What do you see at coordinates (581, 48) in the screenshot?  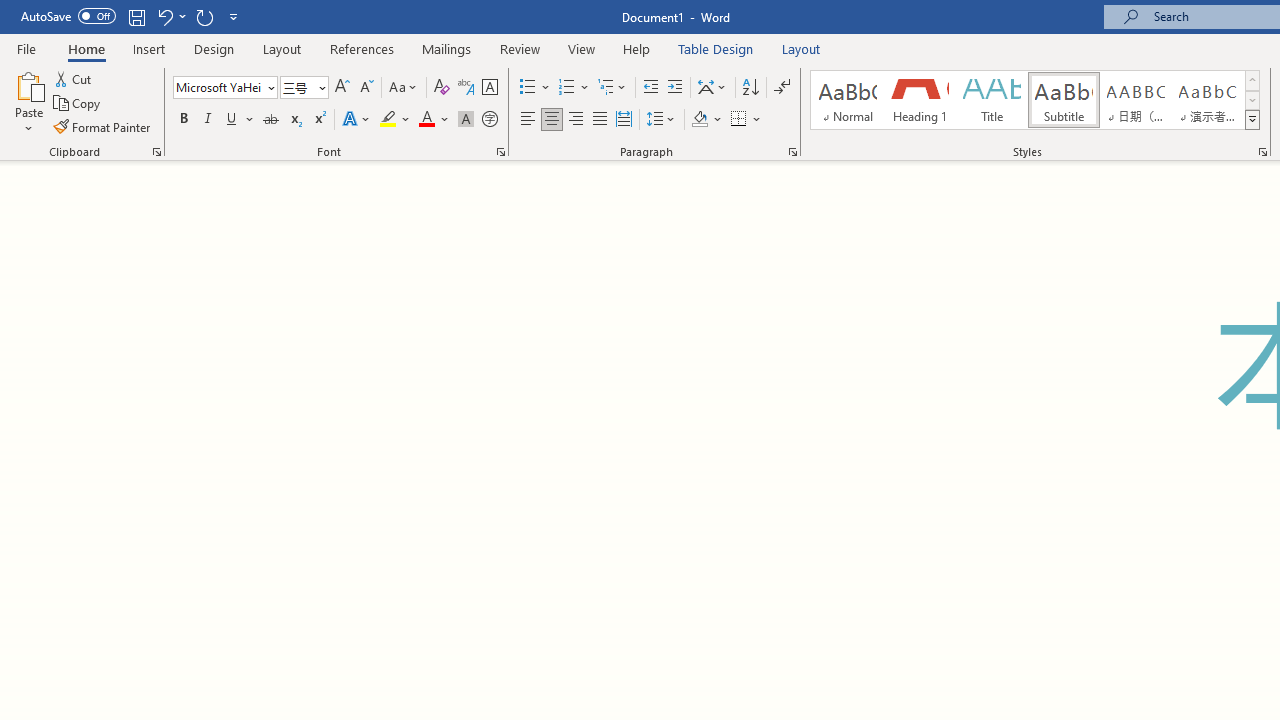 I see `'View'` at bounding box center [581, 48].